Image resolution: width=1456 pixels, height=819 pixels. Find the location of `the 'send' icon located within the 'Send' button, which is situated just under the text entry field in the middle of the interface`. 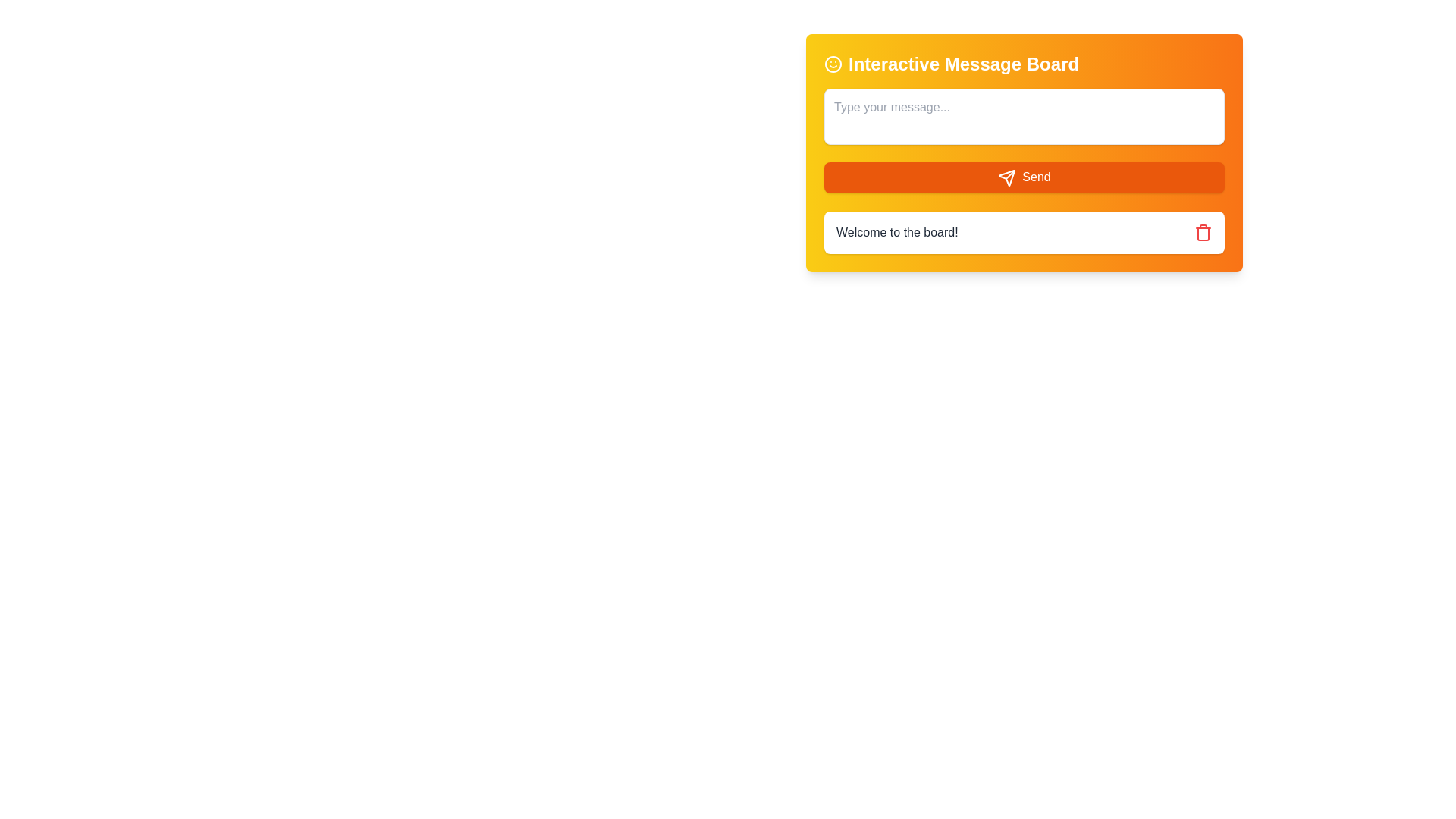

the 'send' icon located within the 'Send' button, which is situated just under the text entry field in the middle of the interface is located at coordinates (1007, 177).